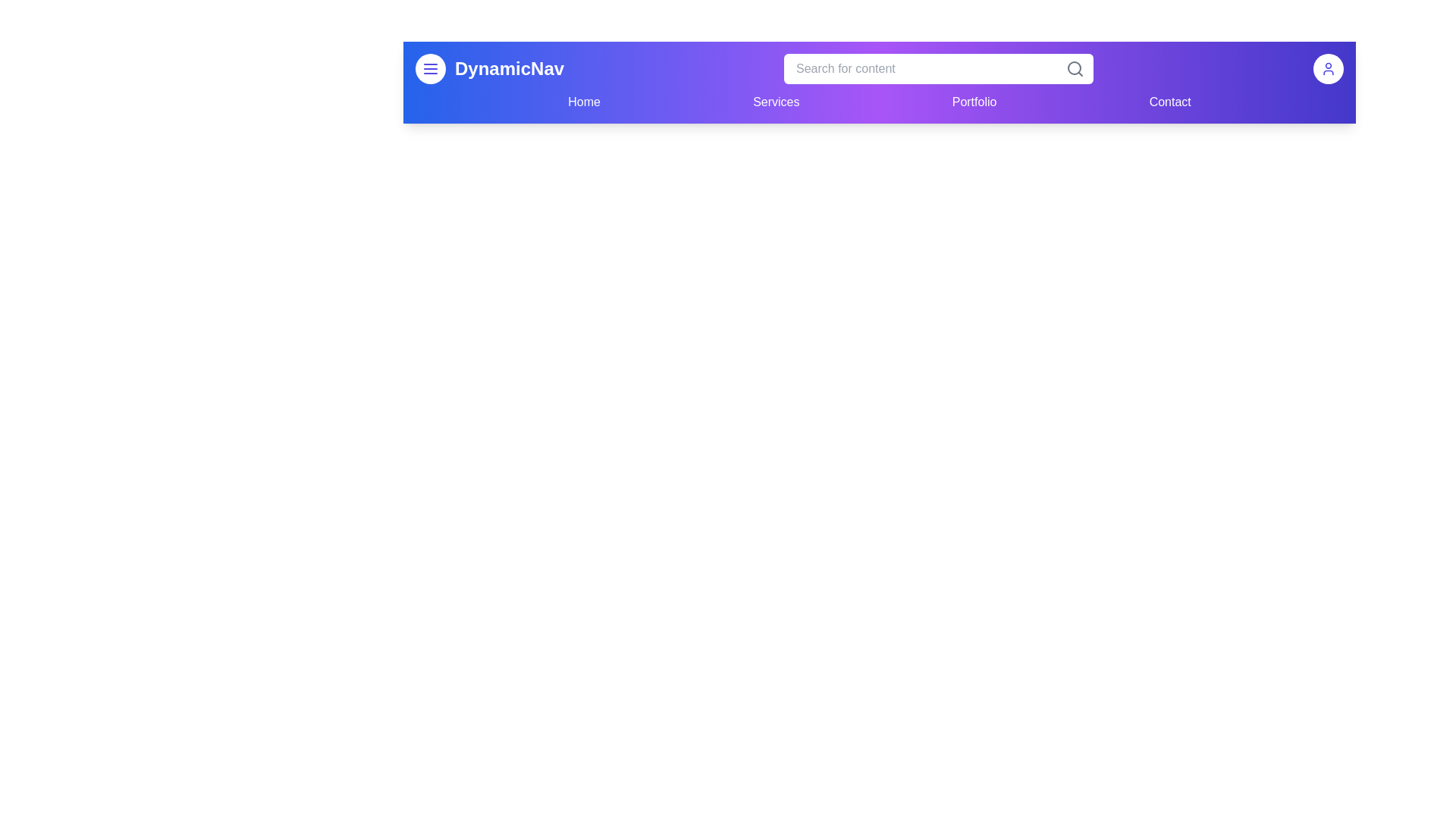 The width and height of the screenshot is (1456, 819). Describe the element at coordinates (974, 102) in the screenshot. I see `the navigation link labeled Portfolio to navigate to the corresponding page` at that location.